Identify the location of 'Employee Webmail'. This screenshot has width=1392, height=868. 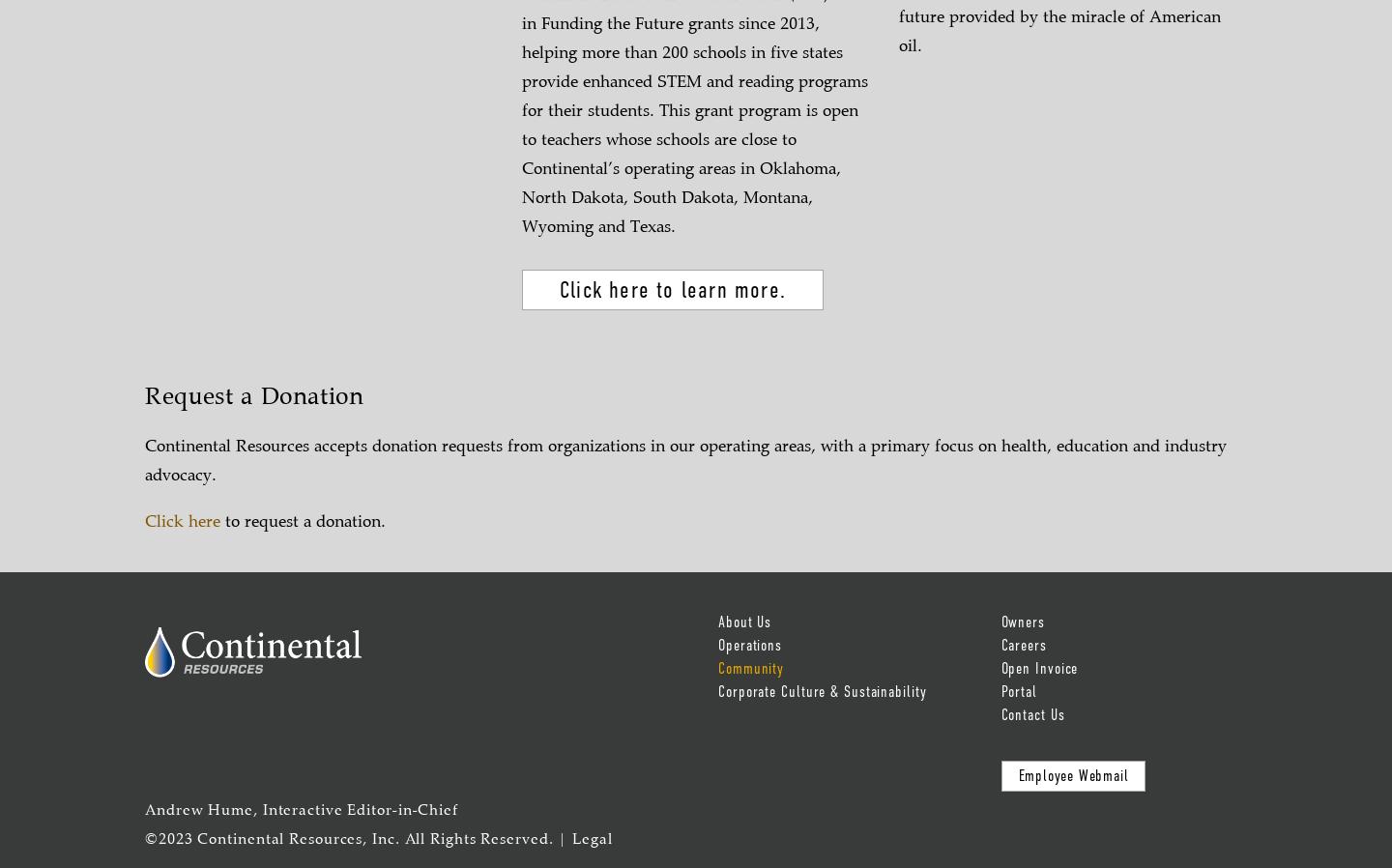
(1071, 775).